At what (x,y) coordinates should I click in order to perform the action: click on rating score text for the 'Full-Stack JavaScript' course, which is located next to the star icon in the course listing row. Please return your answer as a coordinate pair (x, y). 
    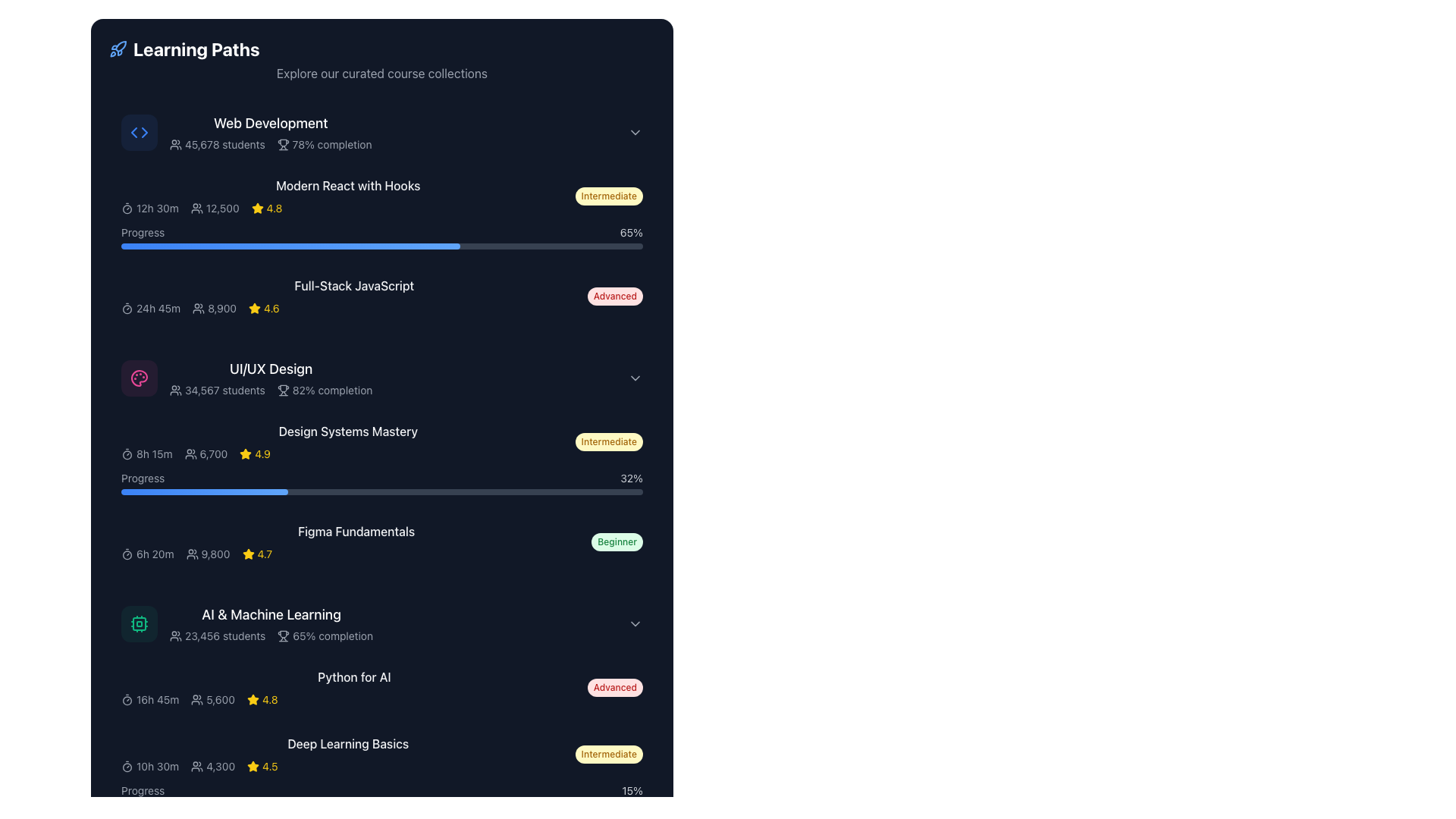
    Looking at the image, I should click on (271, 308).